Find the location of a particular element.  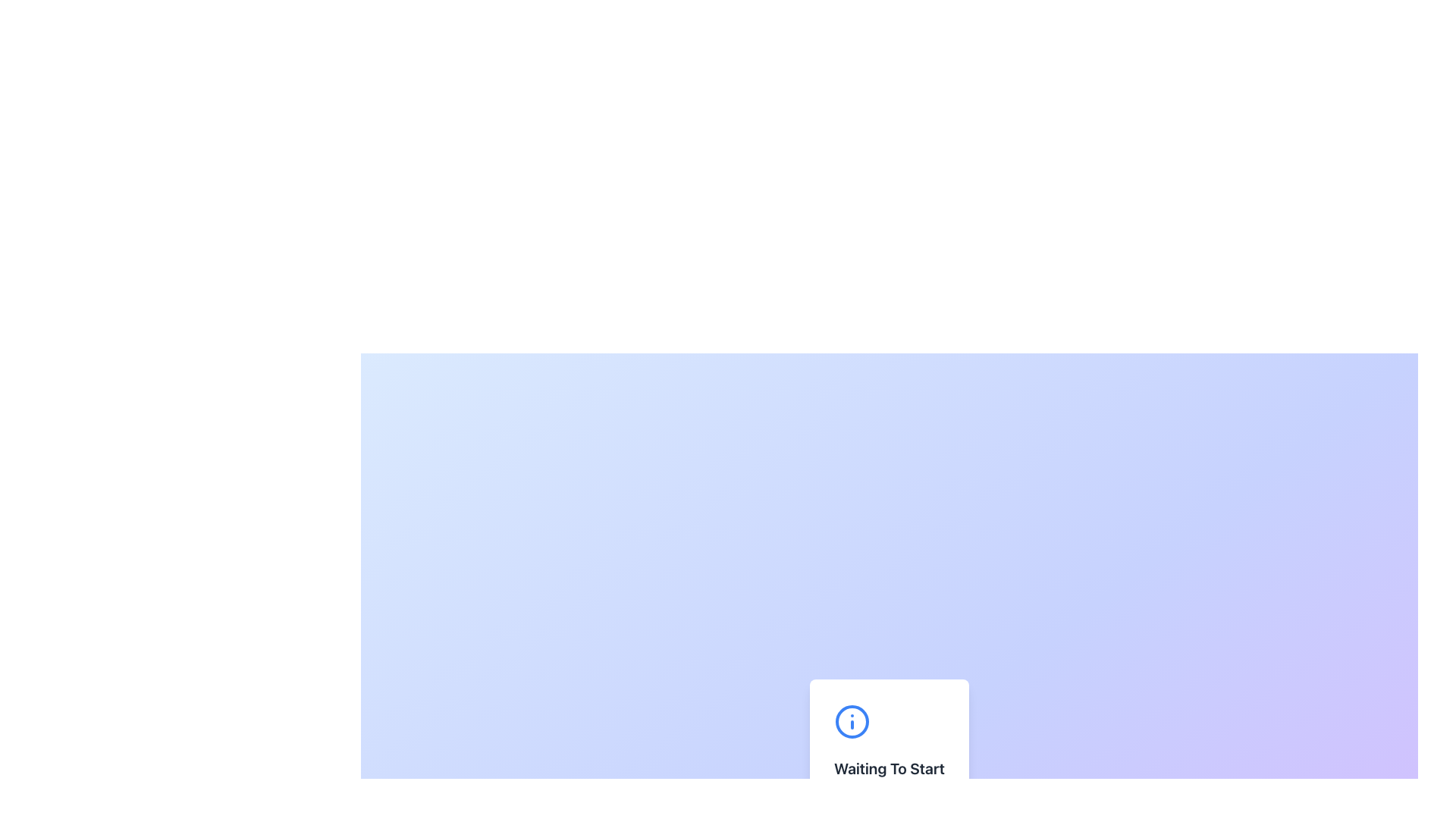

the help icon located above the 'Waiting To Start' text for accessibility tools is located at coordinates (852, 721).